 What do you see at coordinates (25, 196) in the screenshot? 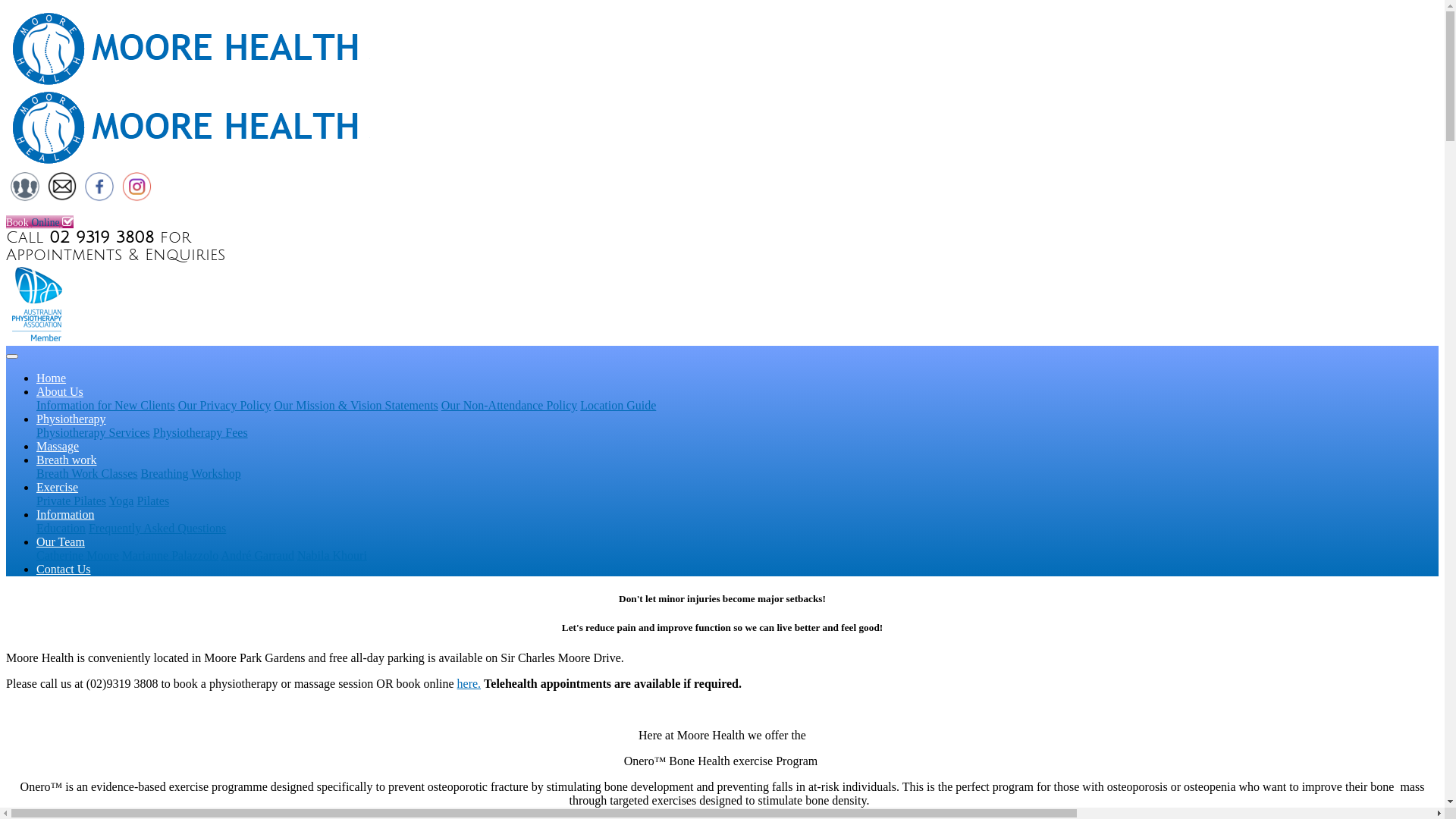
I see `'Meet Our Team'` at bounding box center [25, 196].